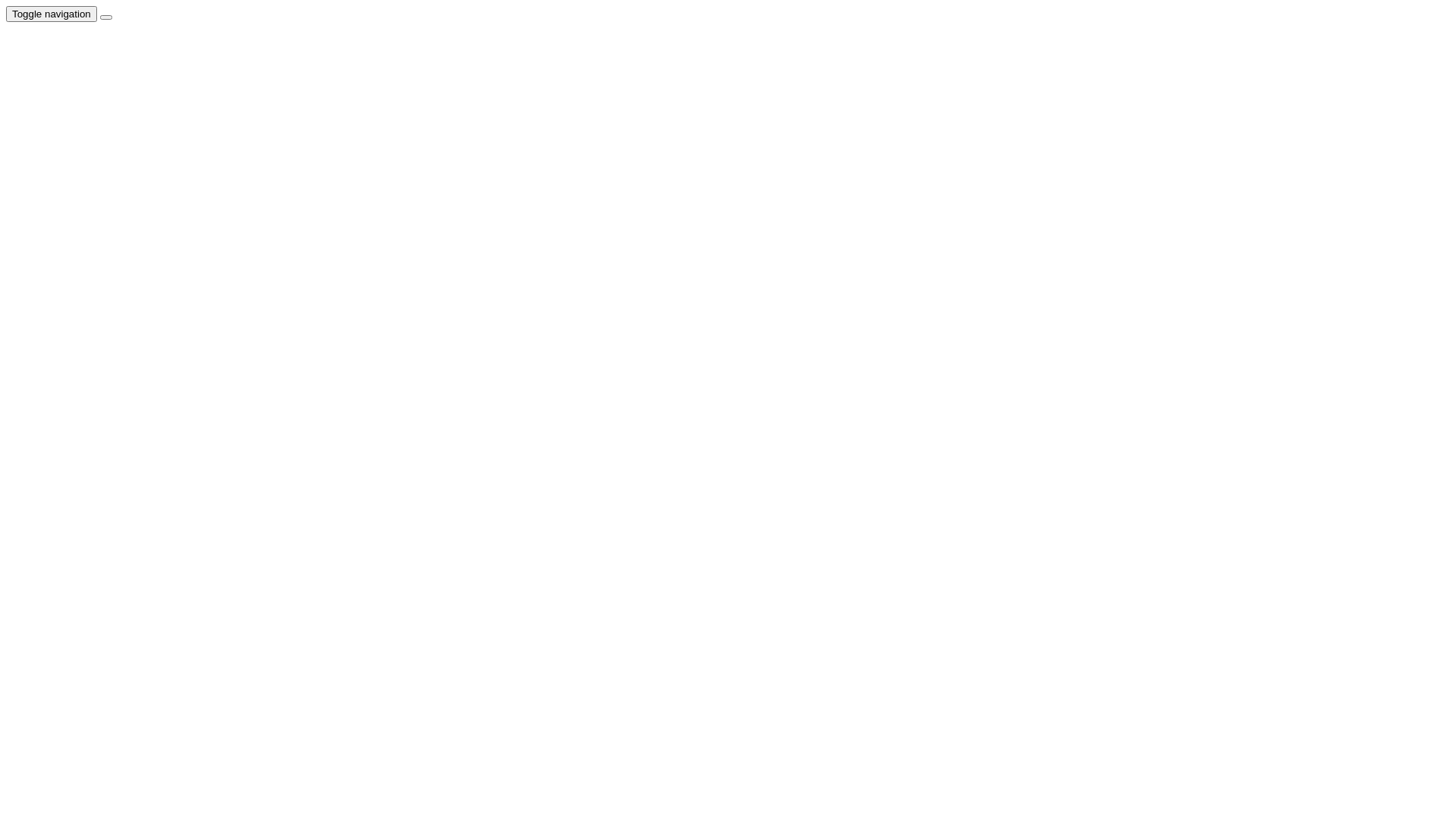  I want to click on 'Toggle navigation', so click(6, 14).